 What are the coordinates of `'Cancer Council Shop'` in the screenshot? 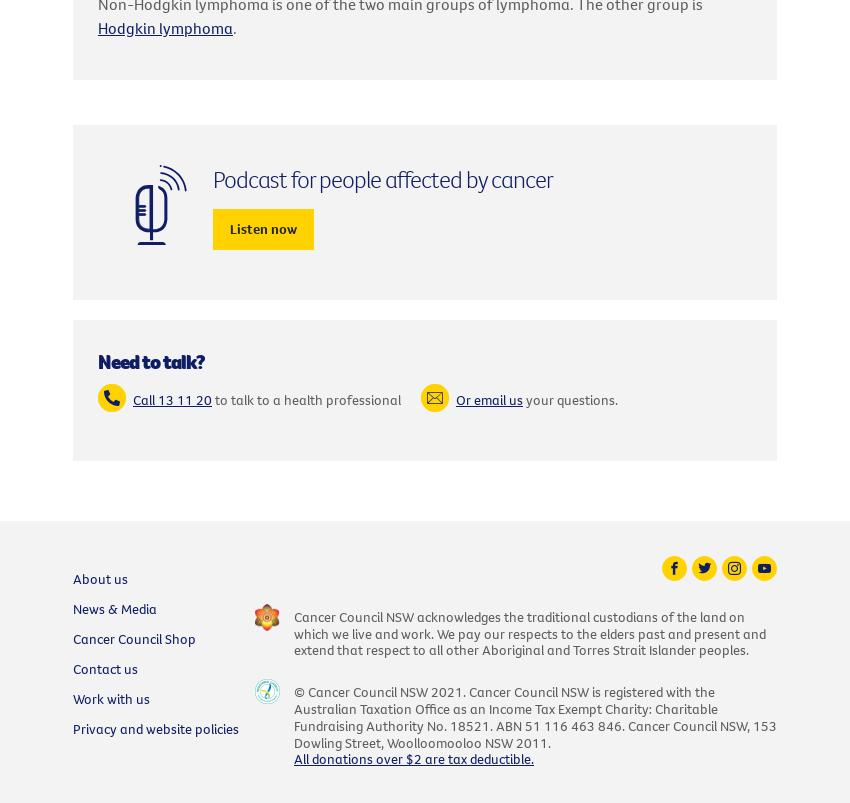 It's located at (73, 637).